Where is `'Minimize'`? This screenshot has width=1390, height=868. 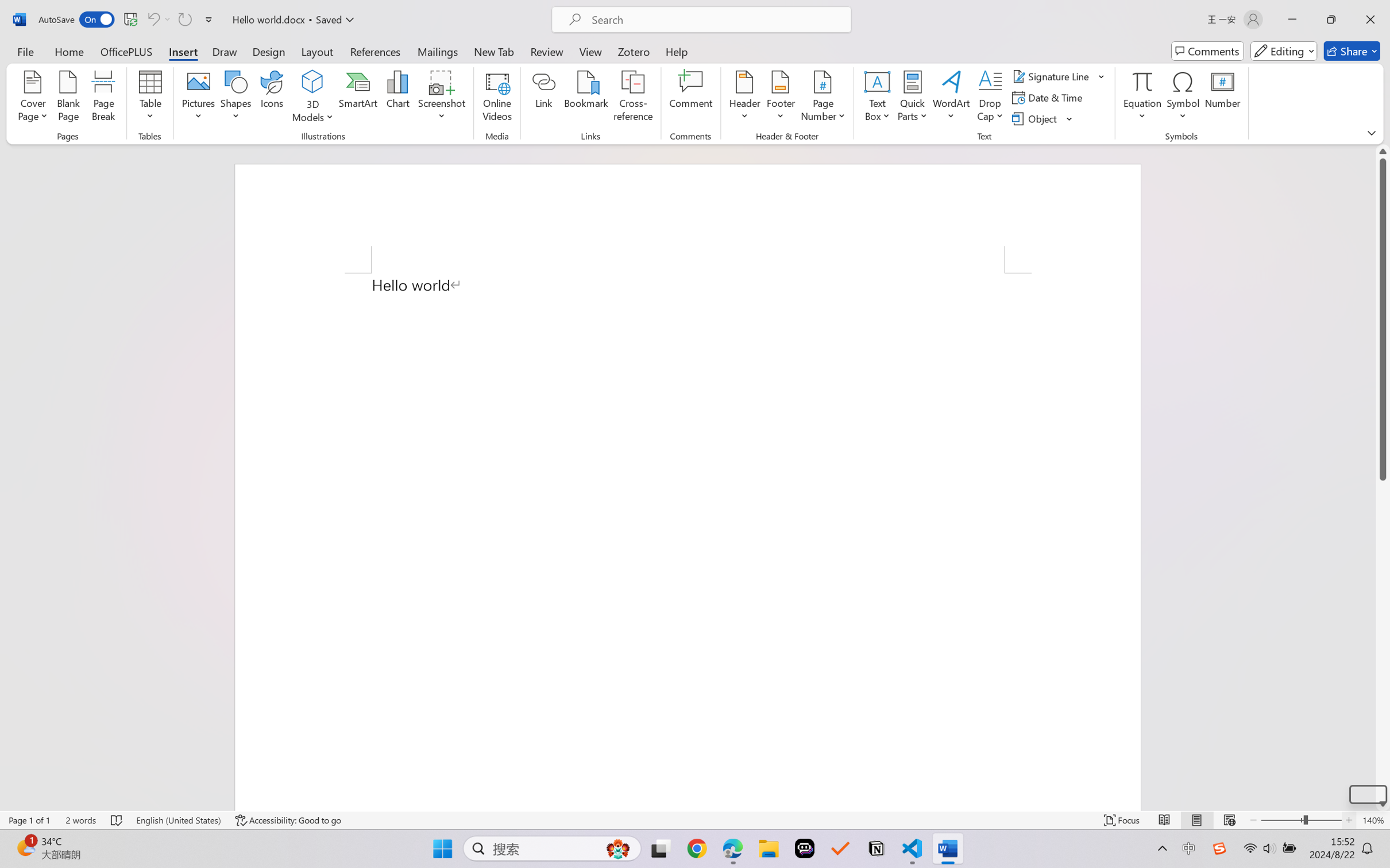
'Minimize' is located at coordinates (1292, 19).